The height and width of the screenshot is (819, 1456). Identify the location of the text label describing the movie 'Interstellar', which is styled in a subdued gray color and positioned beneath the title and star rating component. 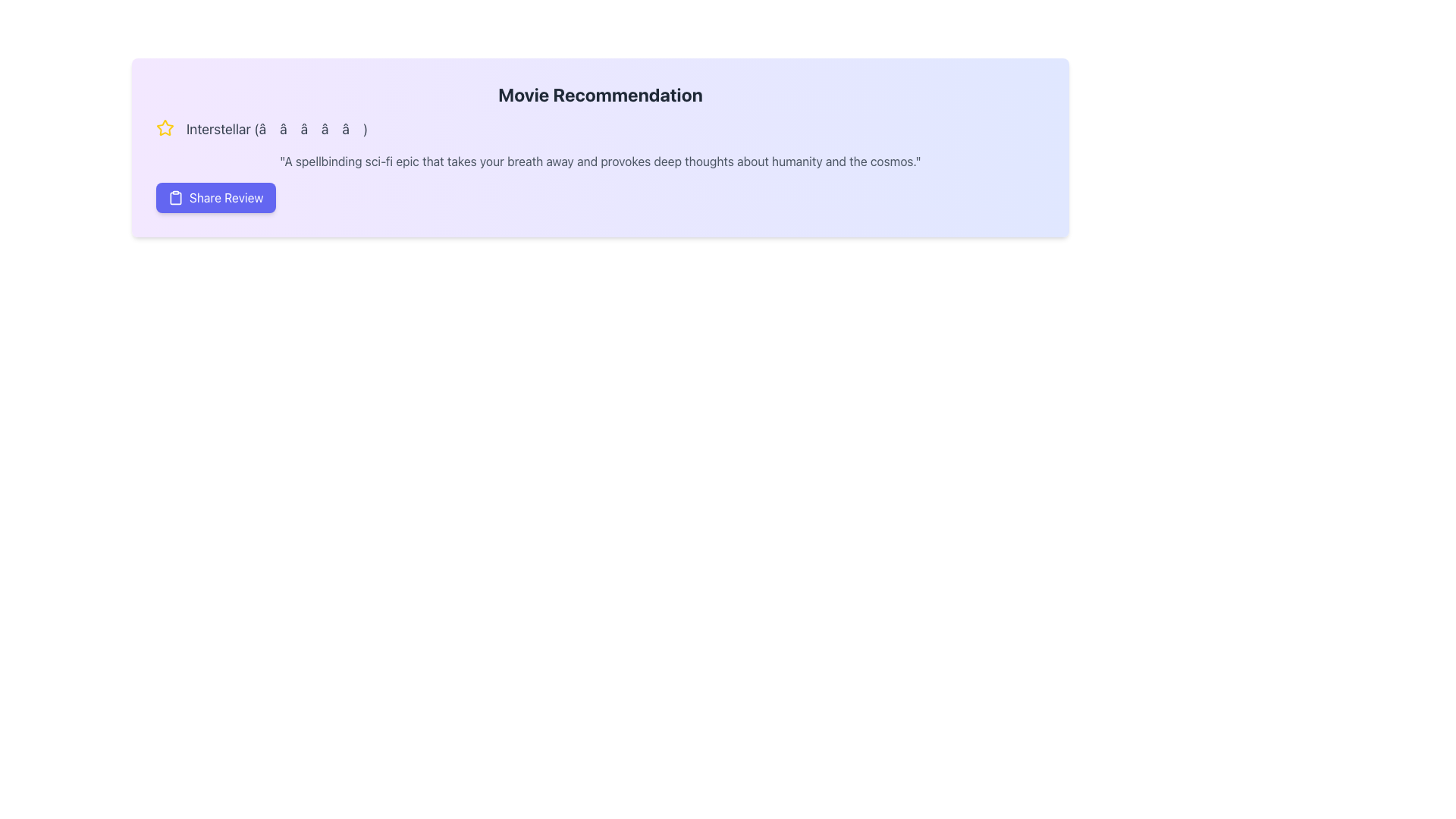
(600, 161).